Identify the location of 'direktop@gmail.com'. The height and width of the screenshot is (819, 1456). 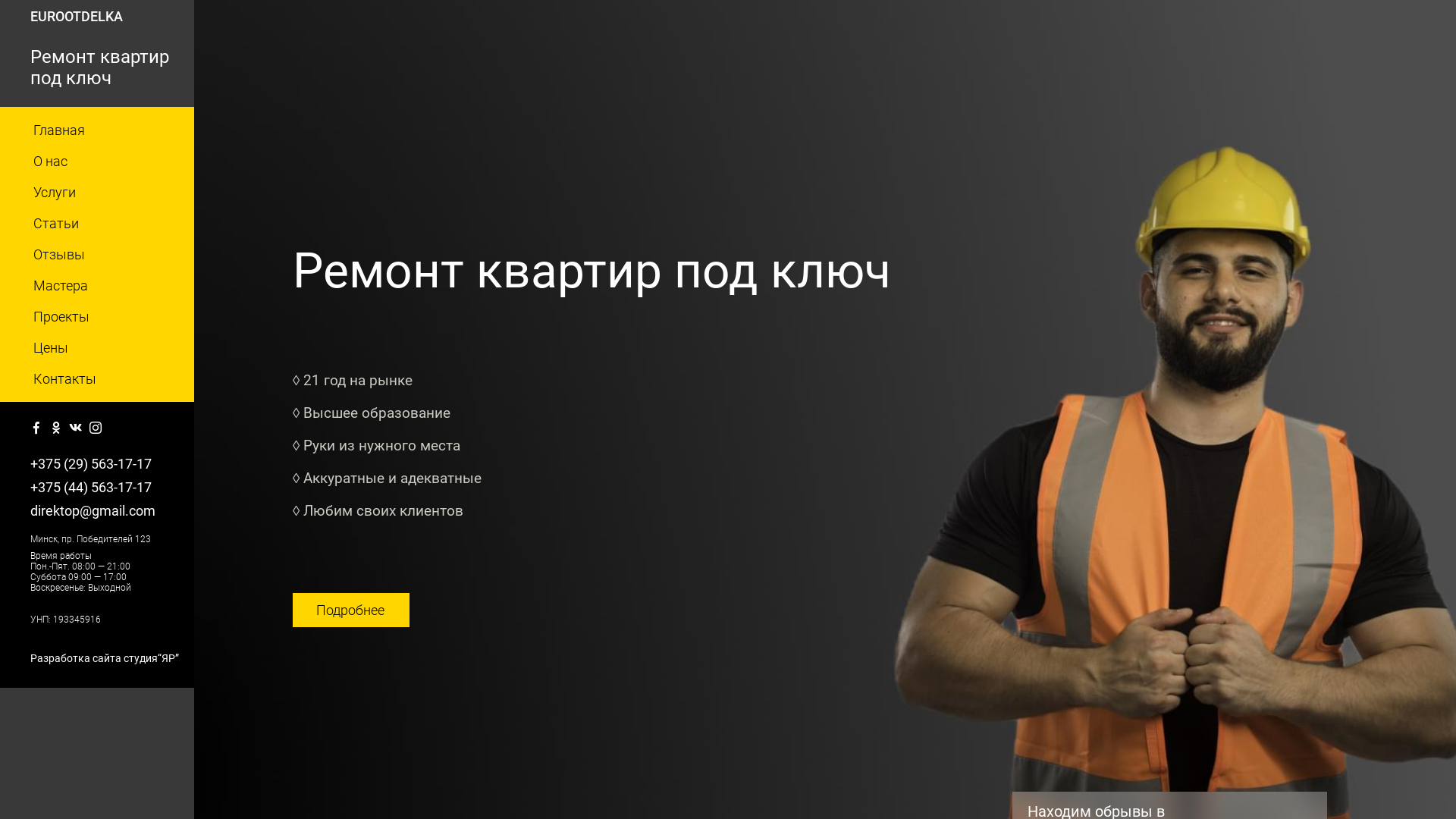
(105, 510).